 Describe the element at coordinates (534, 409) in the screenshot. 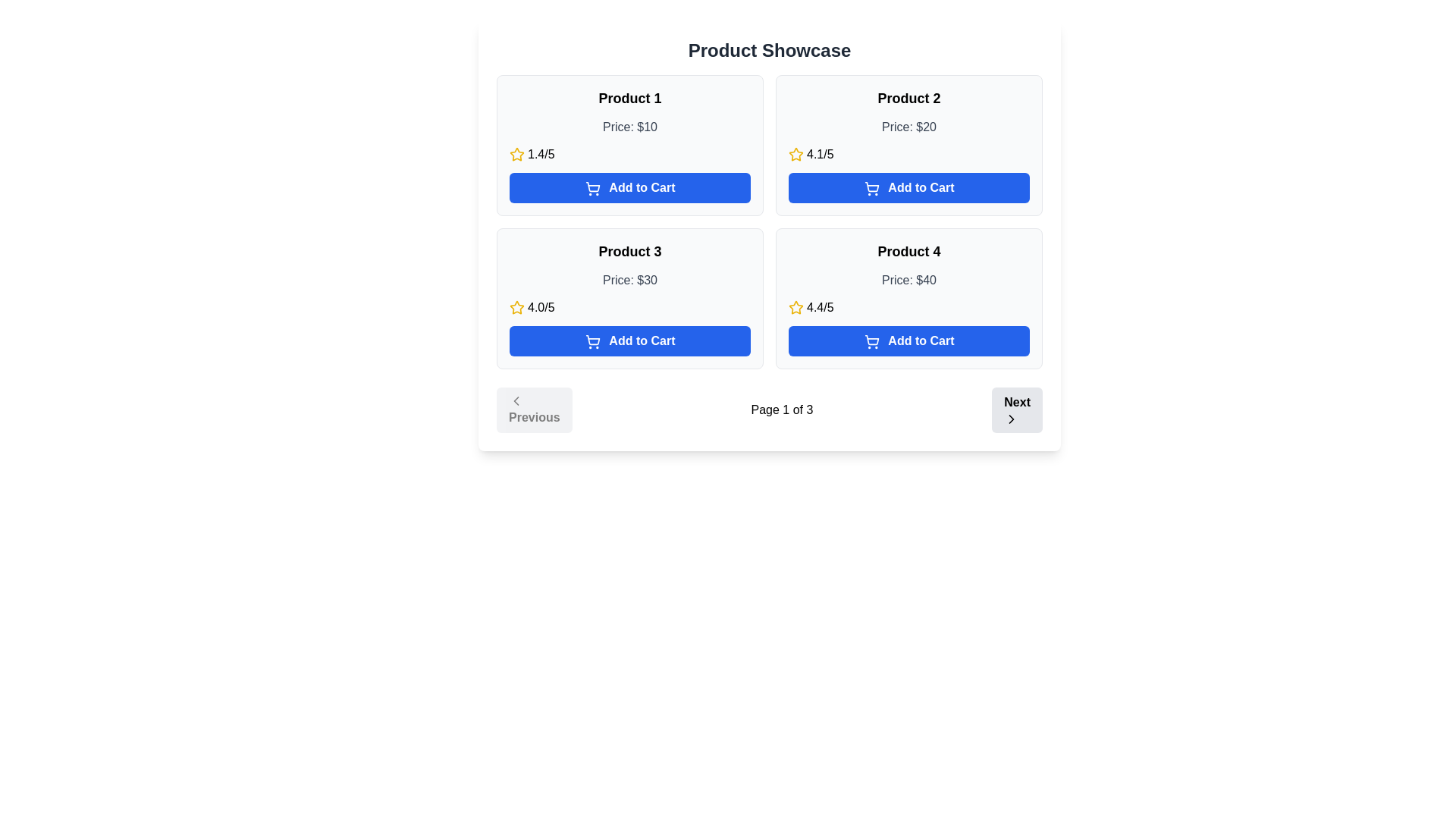

I see `the leftmost button in the navigation bar at the bottom of the interface` at that location.